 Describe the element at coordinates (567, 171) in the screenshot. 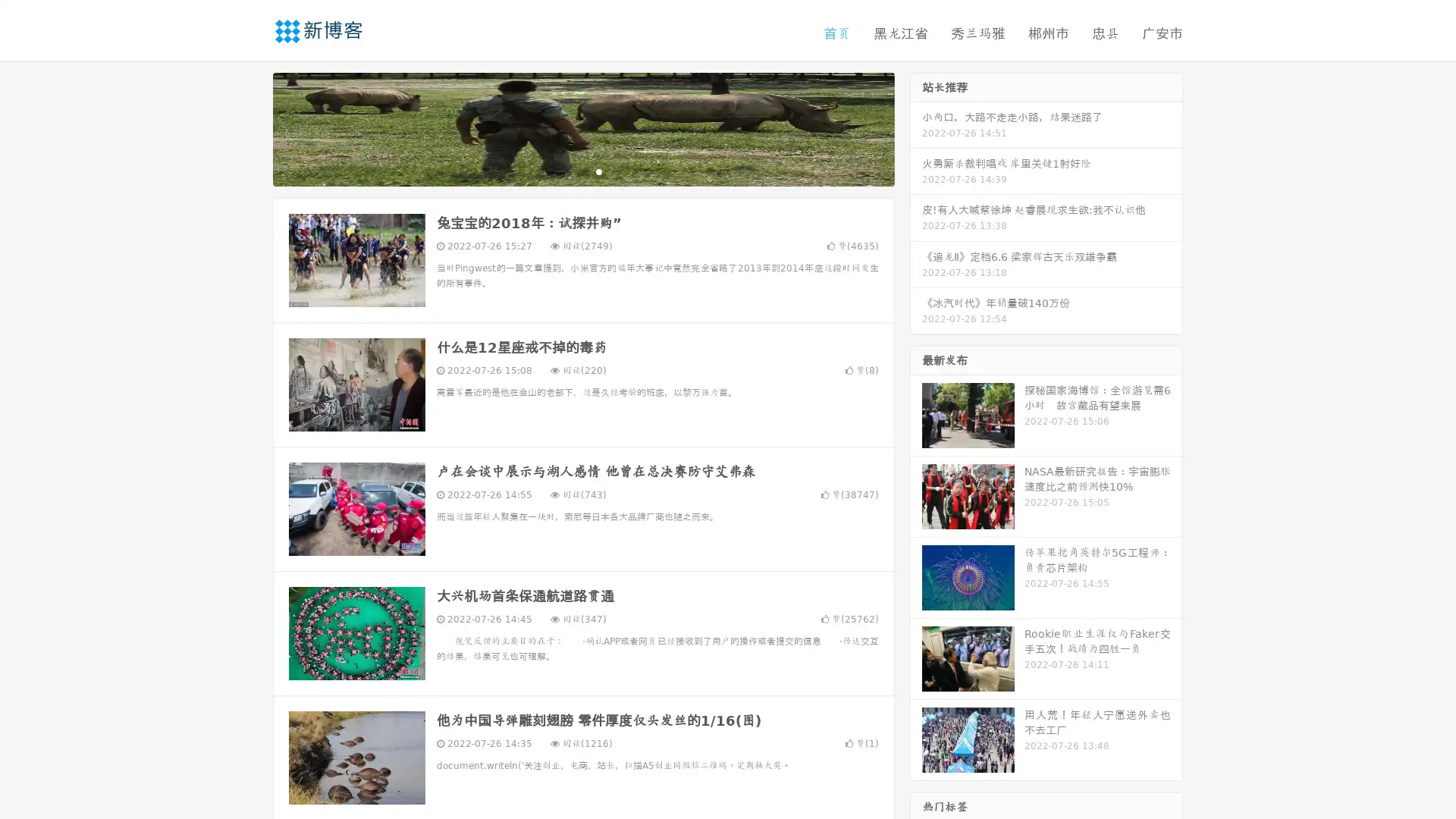

I see `Go to slide 1` at that location.